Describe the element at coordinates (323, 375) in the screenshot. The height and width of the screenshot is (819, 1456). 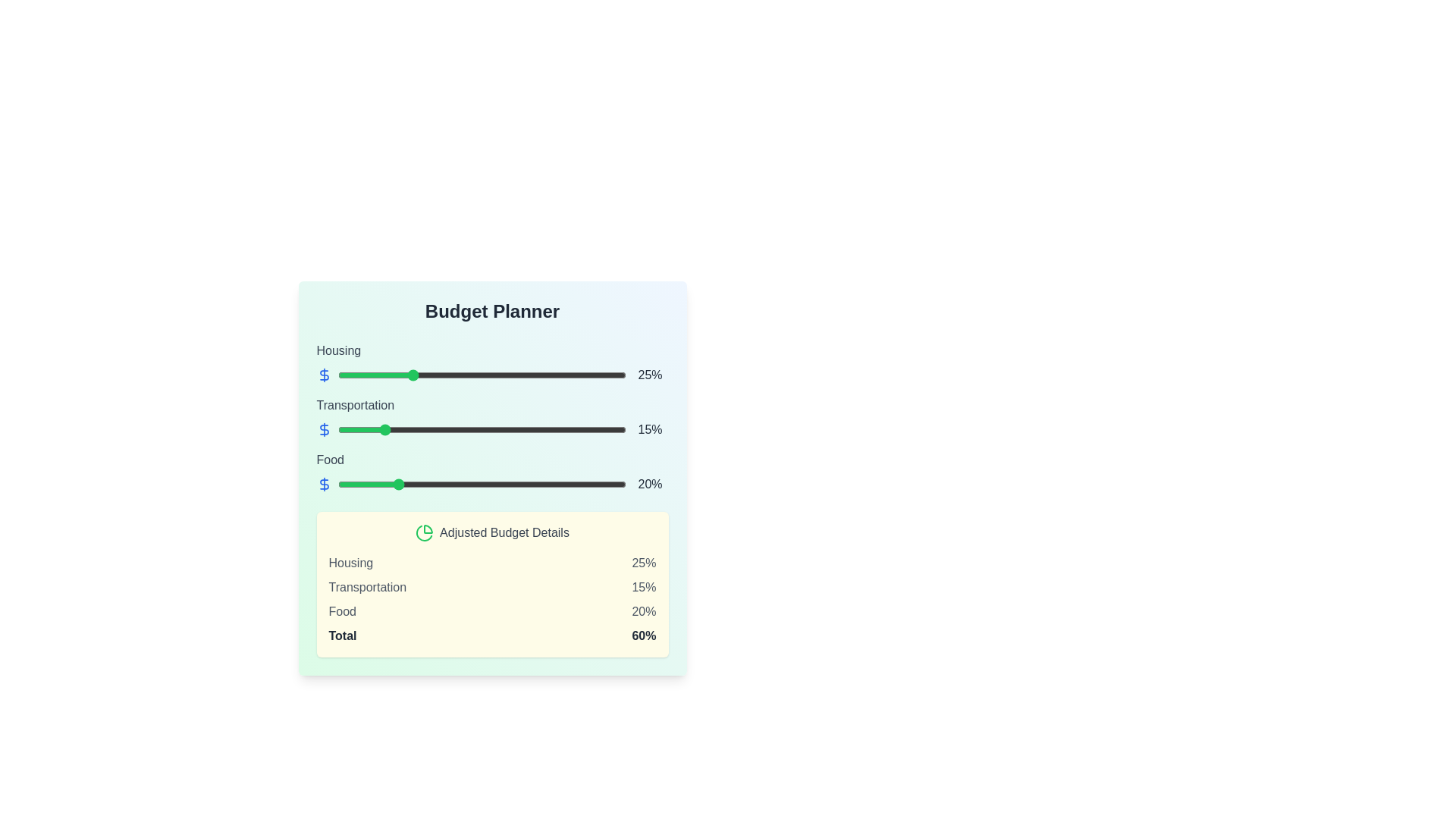
I see `the monetary value icon located to the left of the slider bar associated with housing adjustments, positioned slightly above the '25%' percentage text` at that location.